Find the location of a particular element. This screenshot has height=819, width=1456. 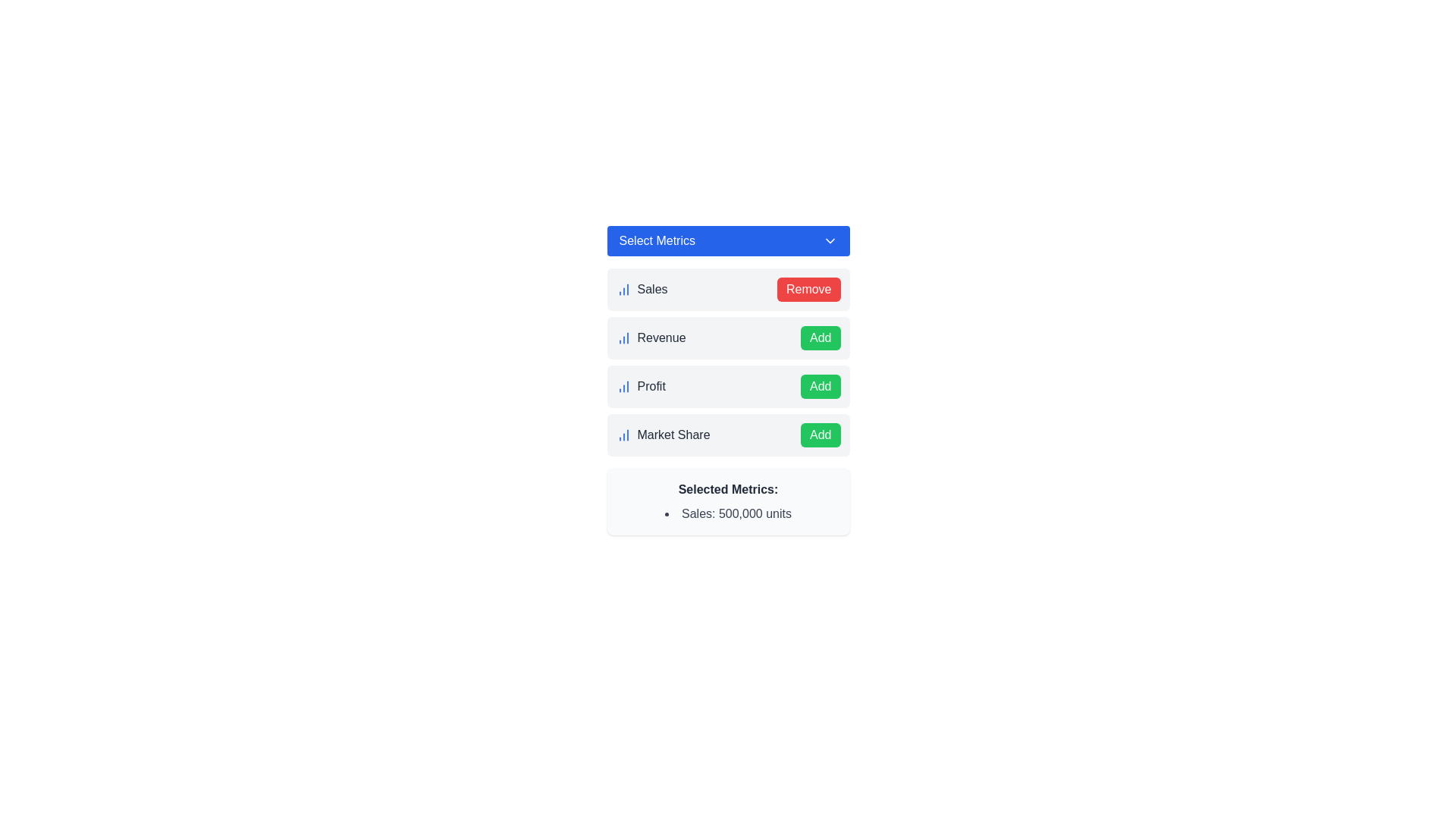

the 'Market Share' label, which is styled in gray and accompanied by a blue icon of increasing columns is located at coordinates (663, 435).